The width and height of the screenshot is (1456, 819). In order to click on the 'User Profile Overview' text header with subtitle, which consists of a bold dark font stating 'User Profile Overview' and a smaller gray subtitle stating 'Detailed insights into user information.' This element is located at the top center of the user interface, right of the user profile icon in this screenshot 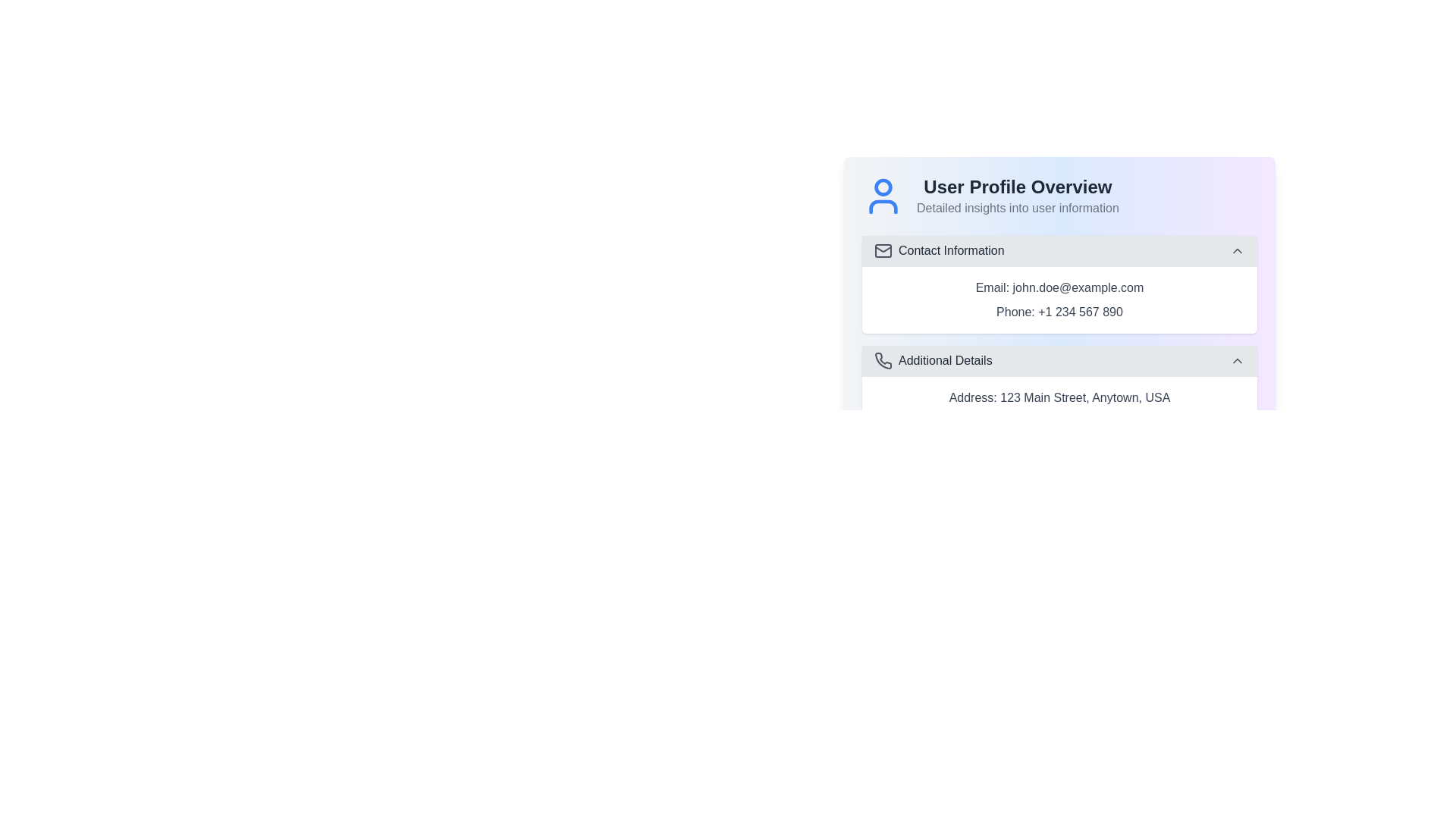, I will do `click(1018, 195)`.